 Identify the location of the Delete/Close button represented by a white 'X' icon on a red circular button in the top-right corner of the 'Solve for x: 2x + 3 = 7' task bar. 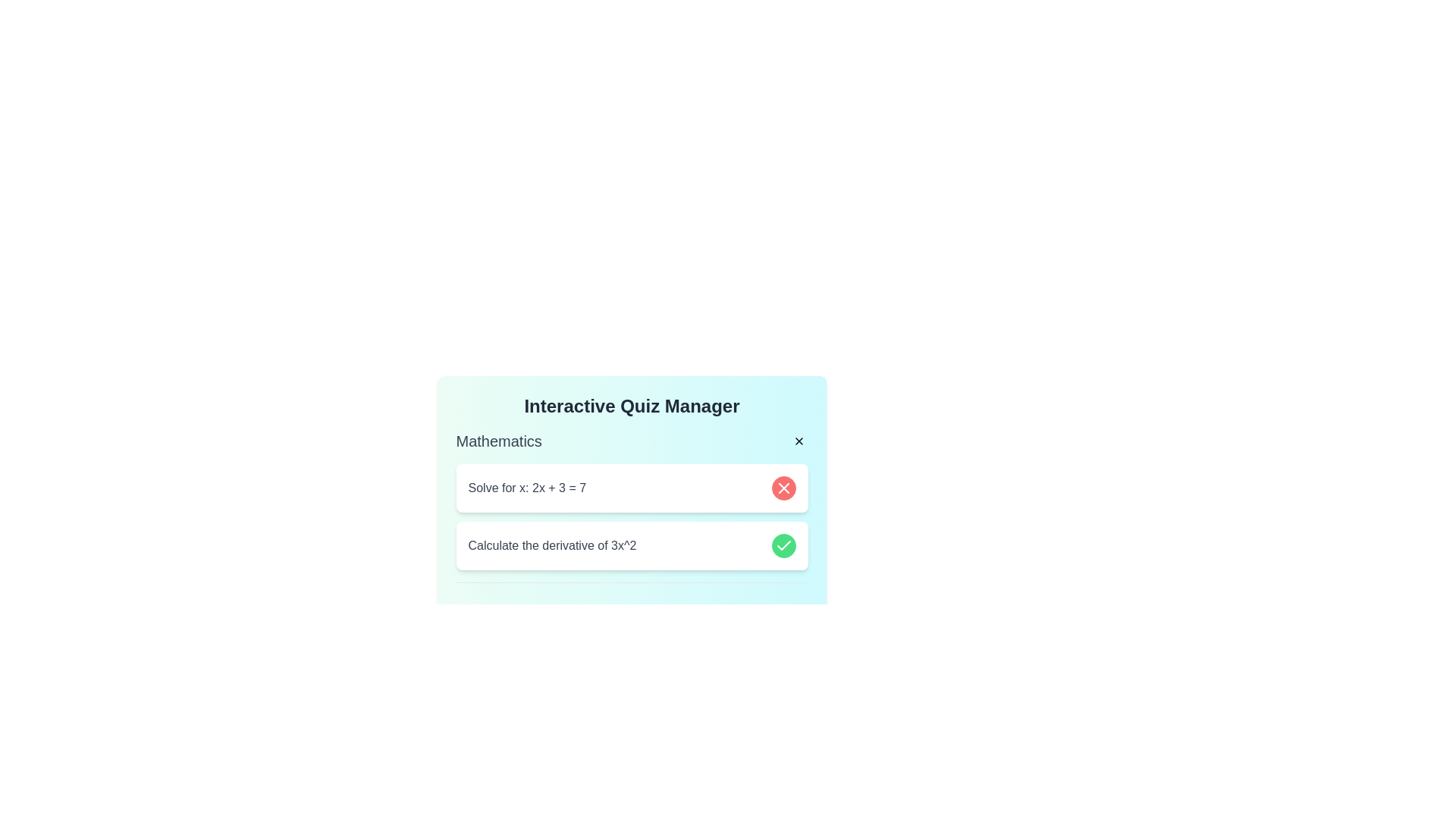
(783, 488).